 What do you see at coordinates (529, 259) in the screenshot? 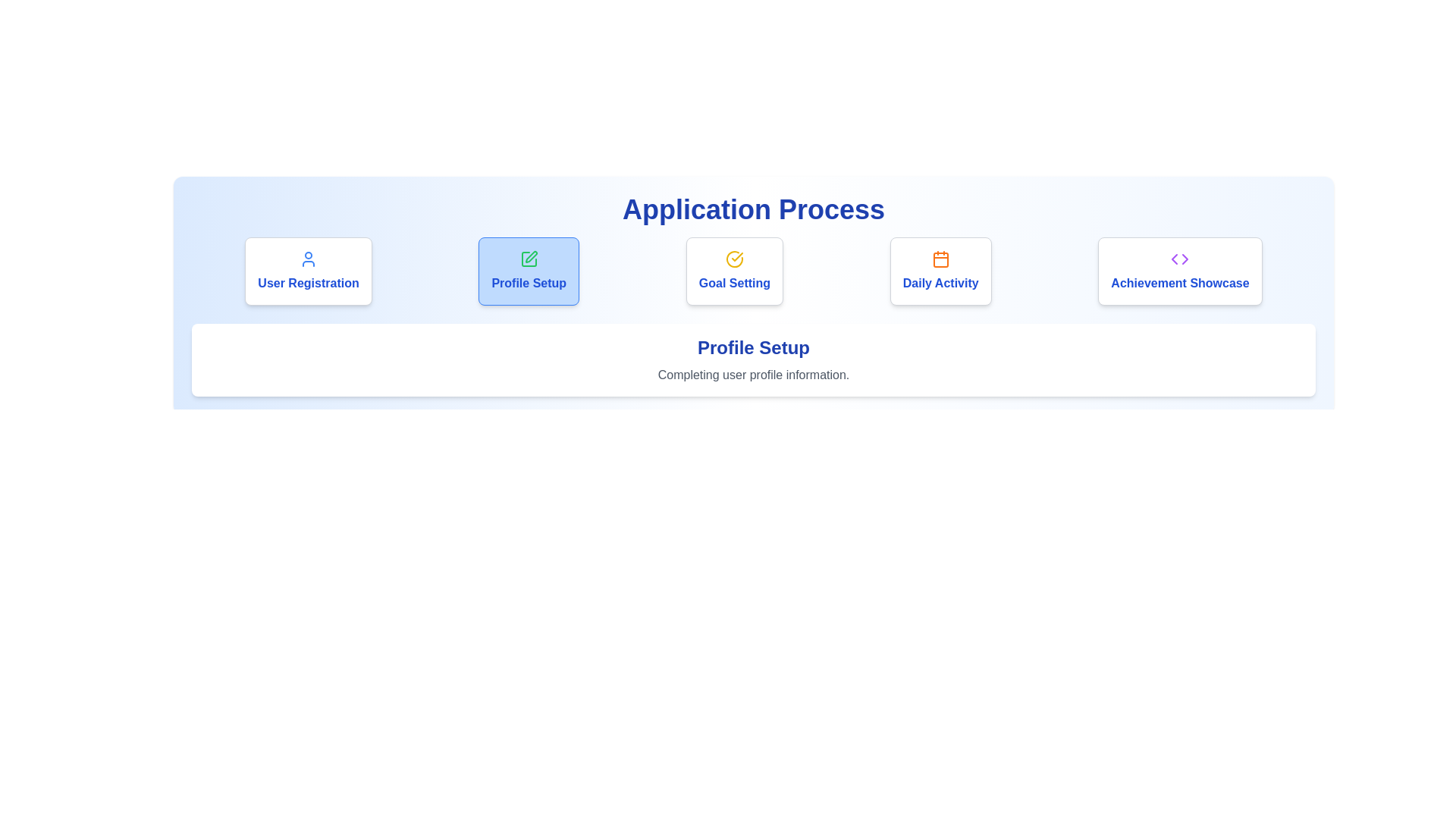
I see `the green pen icon outlined in a square located in the second box labeled 'Profile Setup' in the horizontal navigation bar` at bounding box center [529, 259].